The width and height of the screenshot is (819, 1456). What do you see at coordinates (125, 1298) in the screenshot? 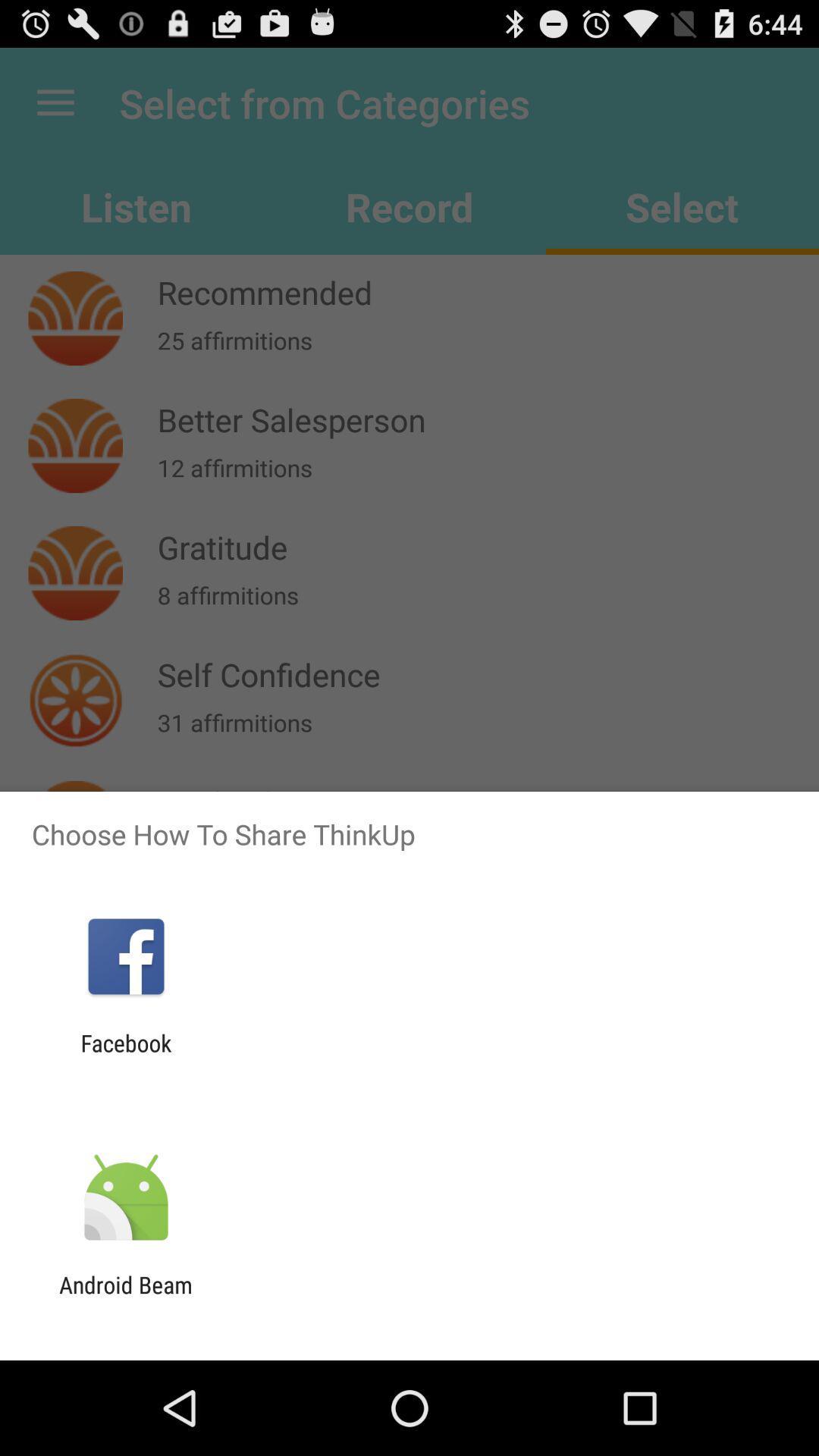
I see `the android beam` at bounding box center [125, 1298].